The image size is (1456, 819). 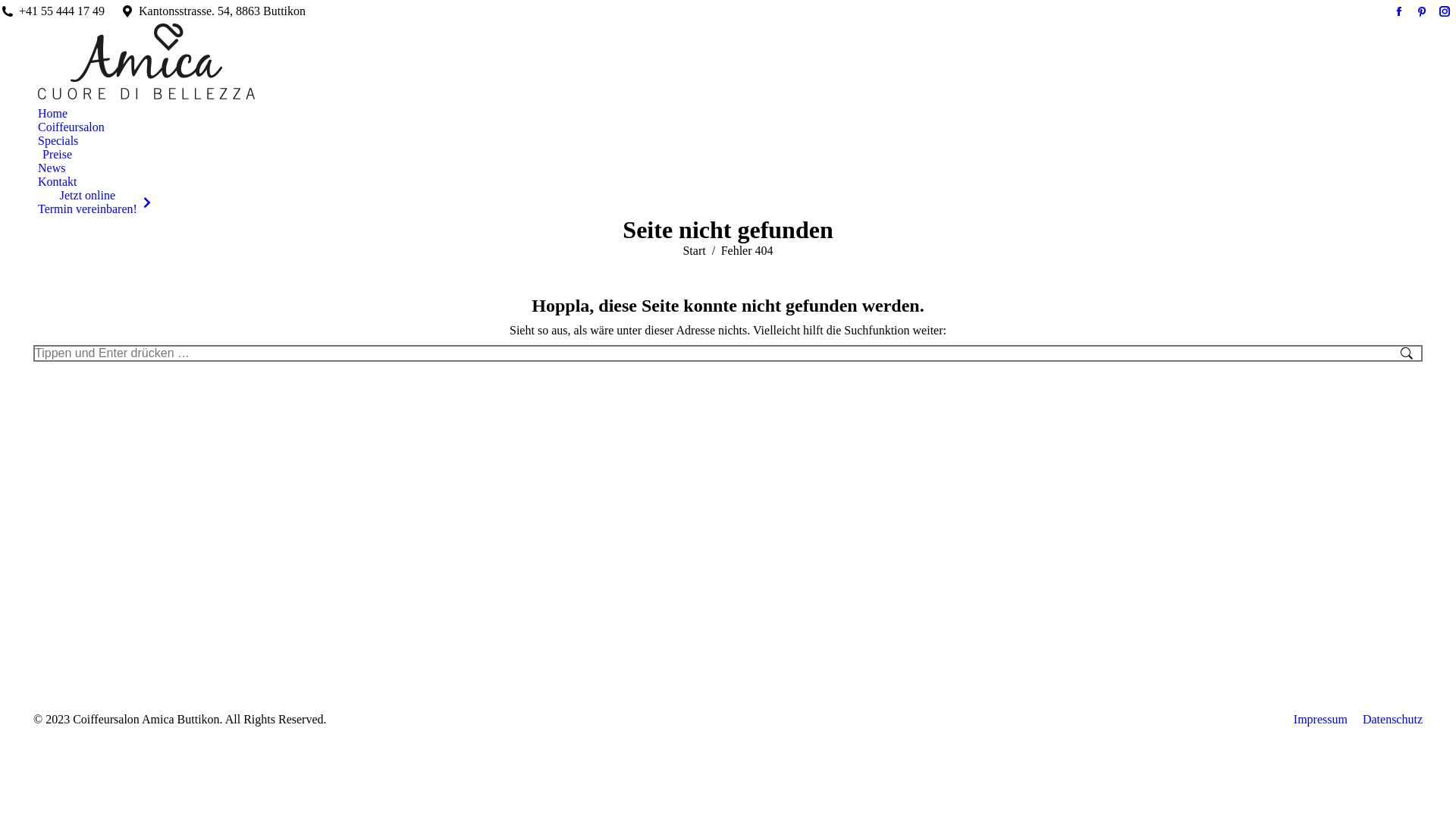 I want to click on 'Pinterest page opens in new window', so click(x=1411, y=11).